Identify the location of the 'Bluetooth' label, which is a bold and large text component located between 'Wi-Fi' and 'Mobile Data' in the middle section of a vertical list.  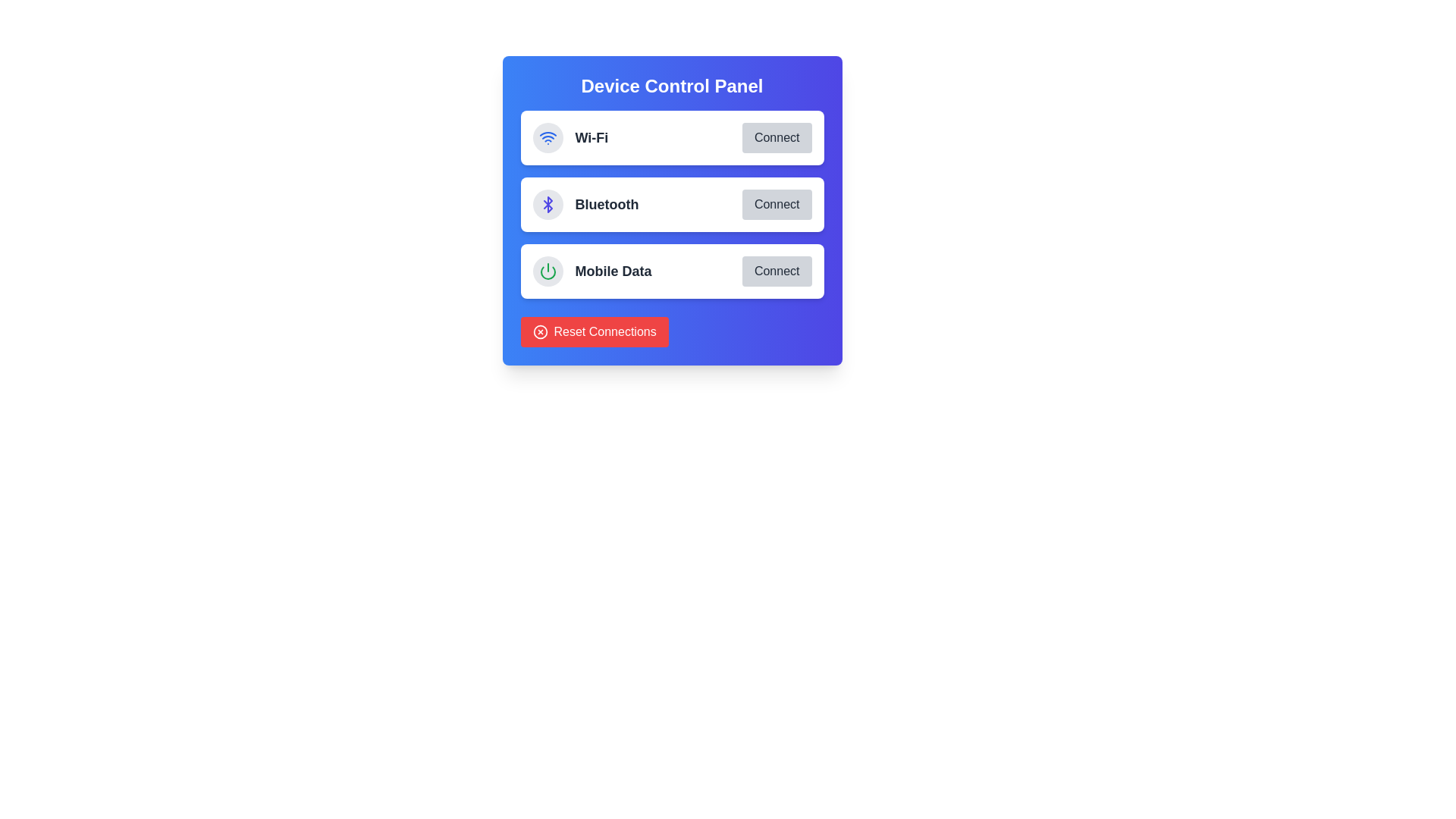
(585, 205).